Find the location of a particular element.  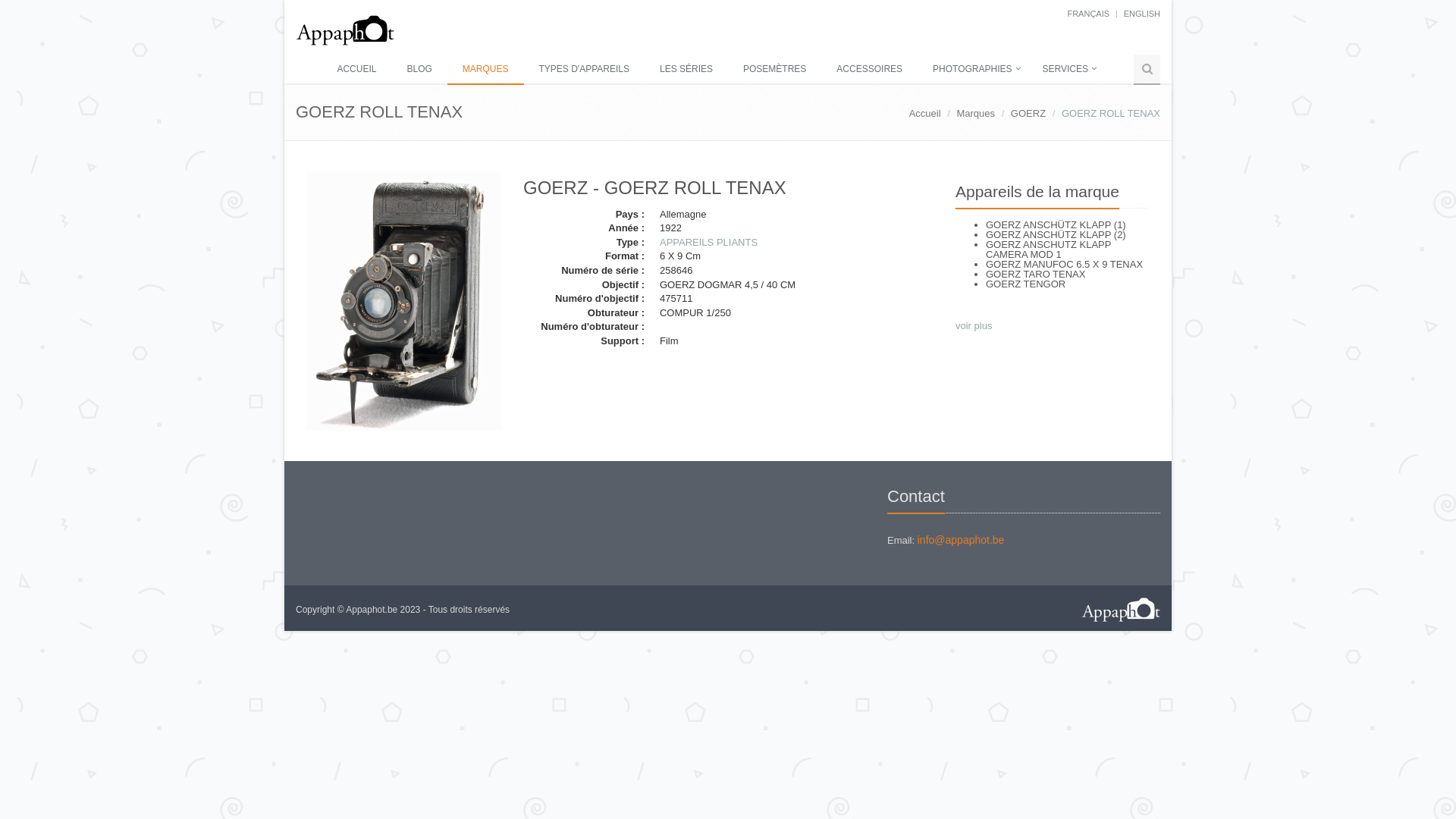

'info@appaphot.be' is located at coordinates (960, 539).